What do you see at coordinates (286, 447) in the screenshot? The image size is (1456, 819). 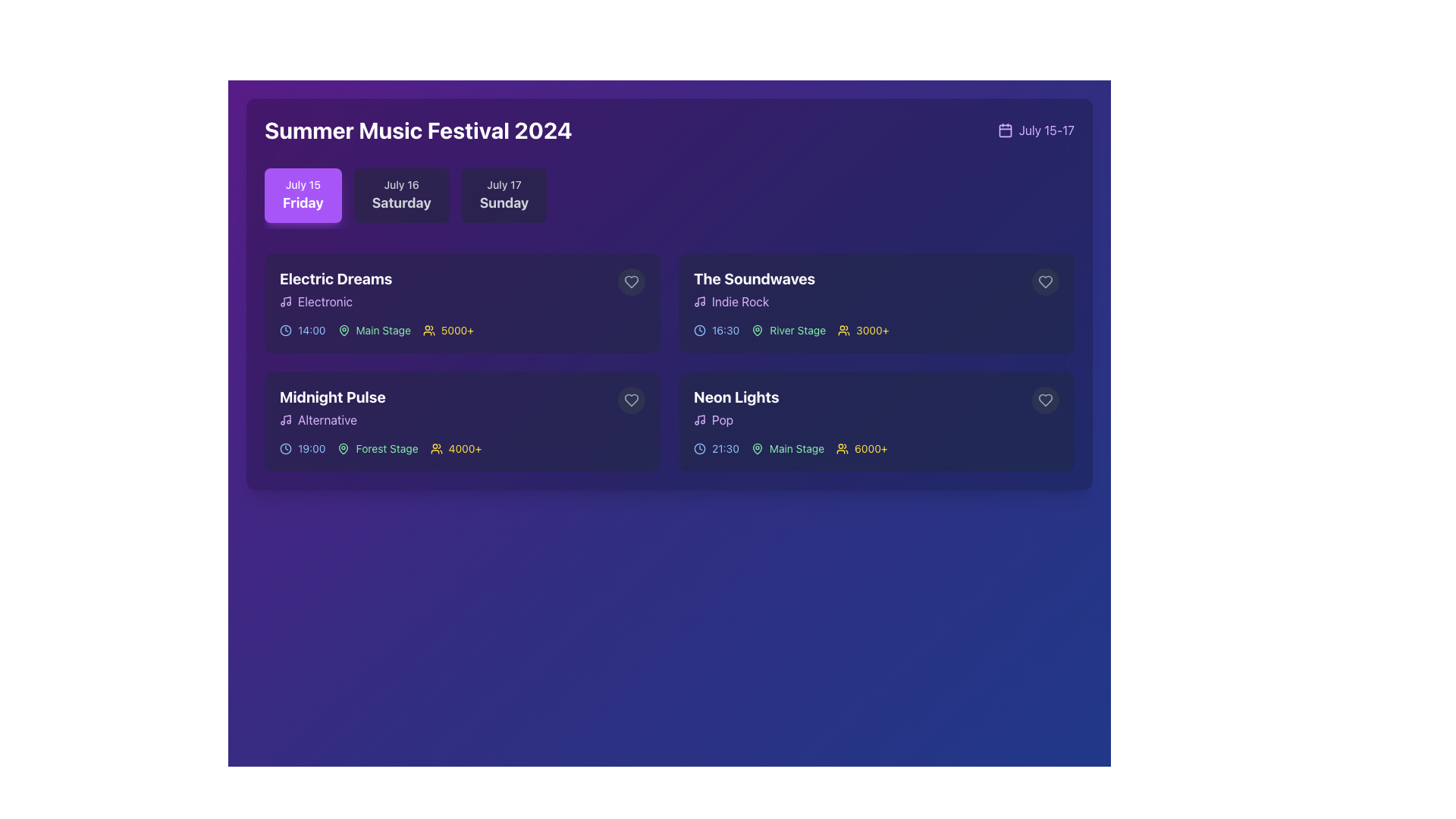 I see `the outer circle of the clock graphic in the event card for 'Midnight Pulse'` at bounding box center [286, 447].